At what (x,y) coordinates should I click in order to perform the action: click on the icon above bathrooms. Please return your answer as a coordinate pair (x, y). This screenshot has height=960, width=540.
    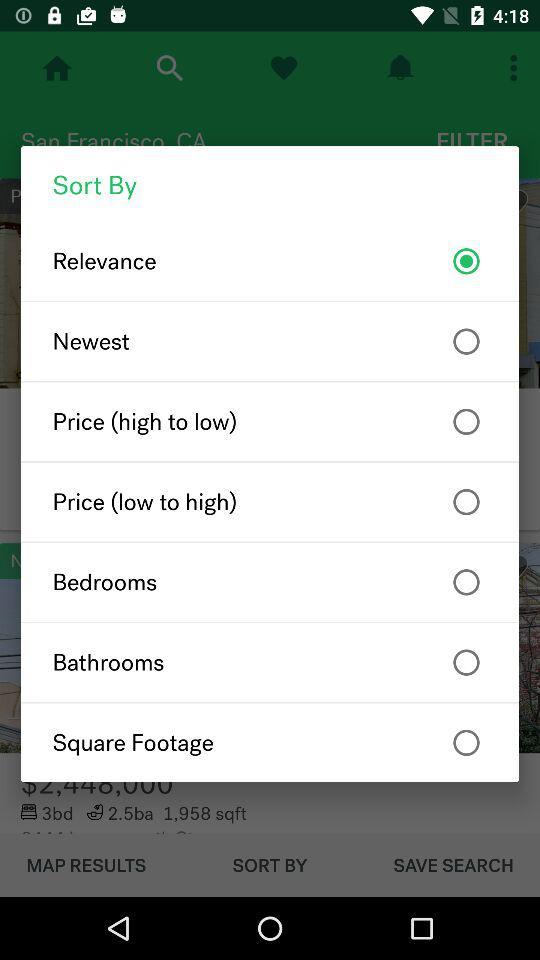
    Looking at the image, I should click on (270, 582).